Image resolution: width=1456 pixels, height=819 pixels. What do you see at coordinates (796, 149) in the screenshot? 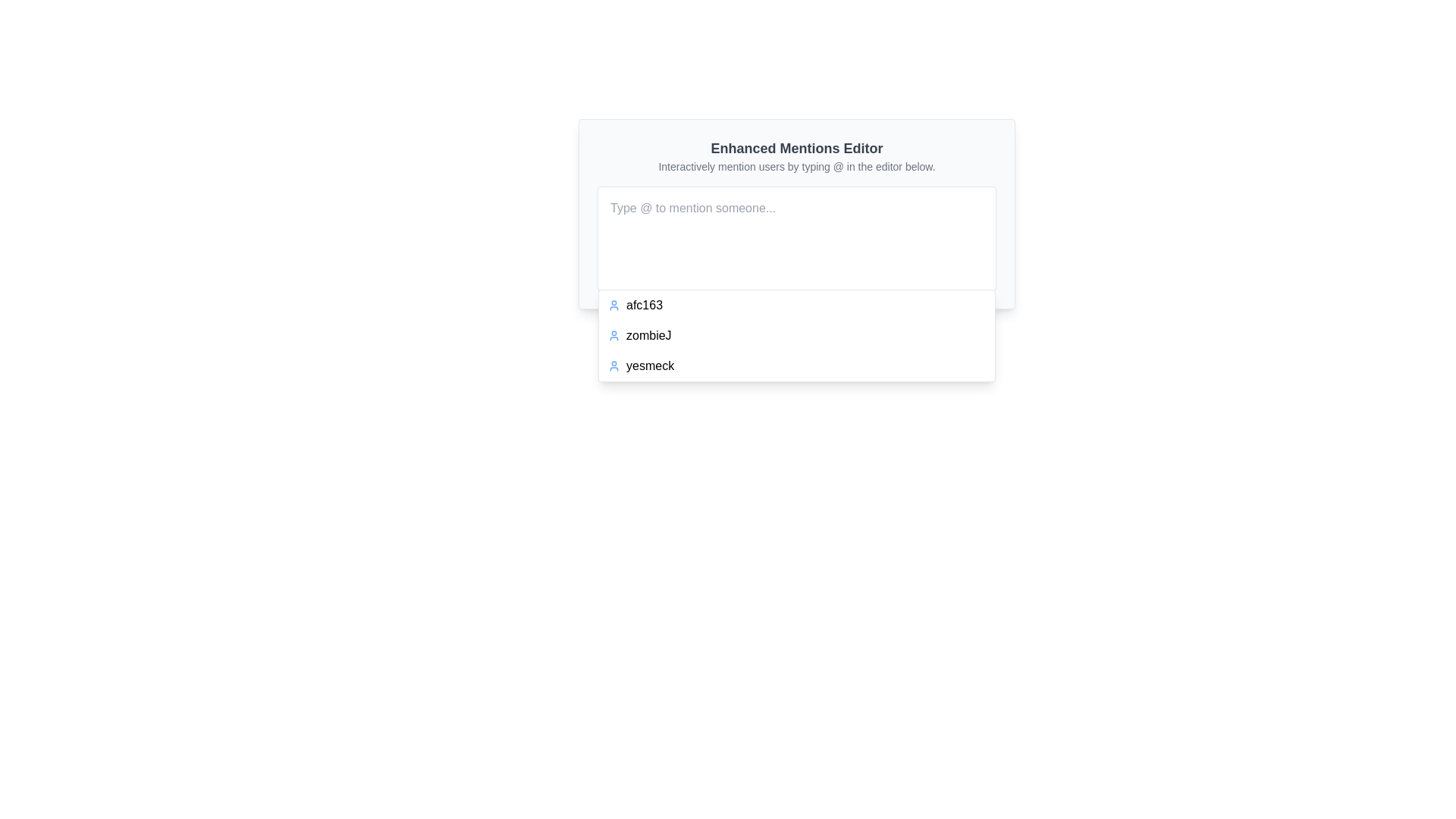
I see `the Text label that serves as a heading for the 'Enhanced Mentions Editor', positioned at the top-center of the interface` at bounding box center [796, 149].